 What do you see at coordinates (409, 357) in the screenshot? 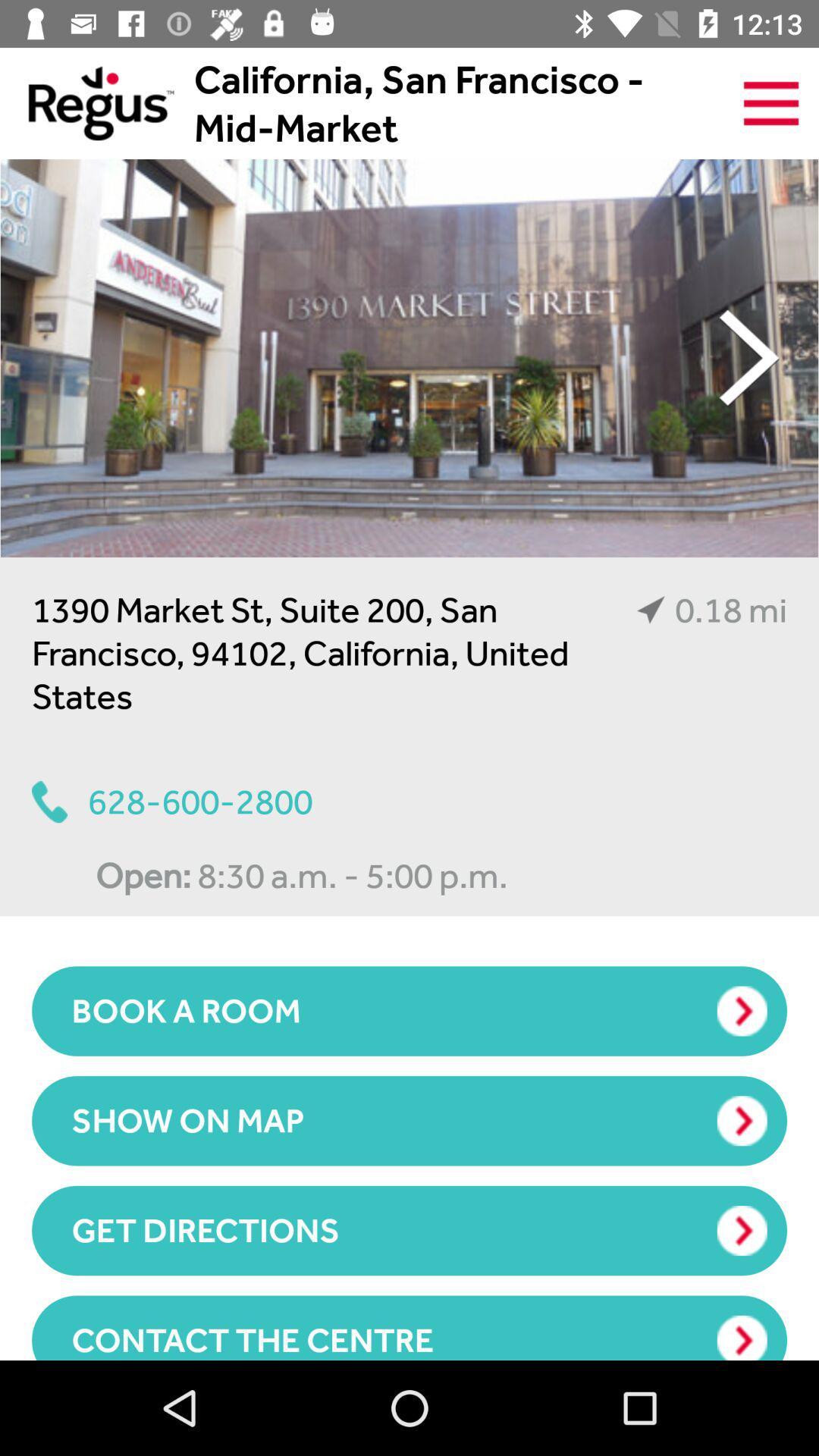
I see `the item above 1390 market st item` at bounding box center [409, 357].